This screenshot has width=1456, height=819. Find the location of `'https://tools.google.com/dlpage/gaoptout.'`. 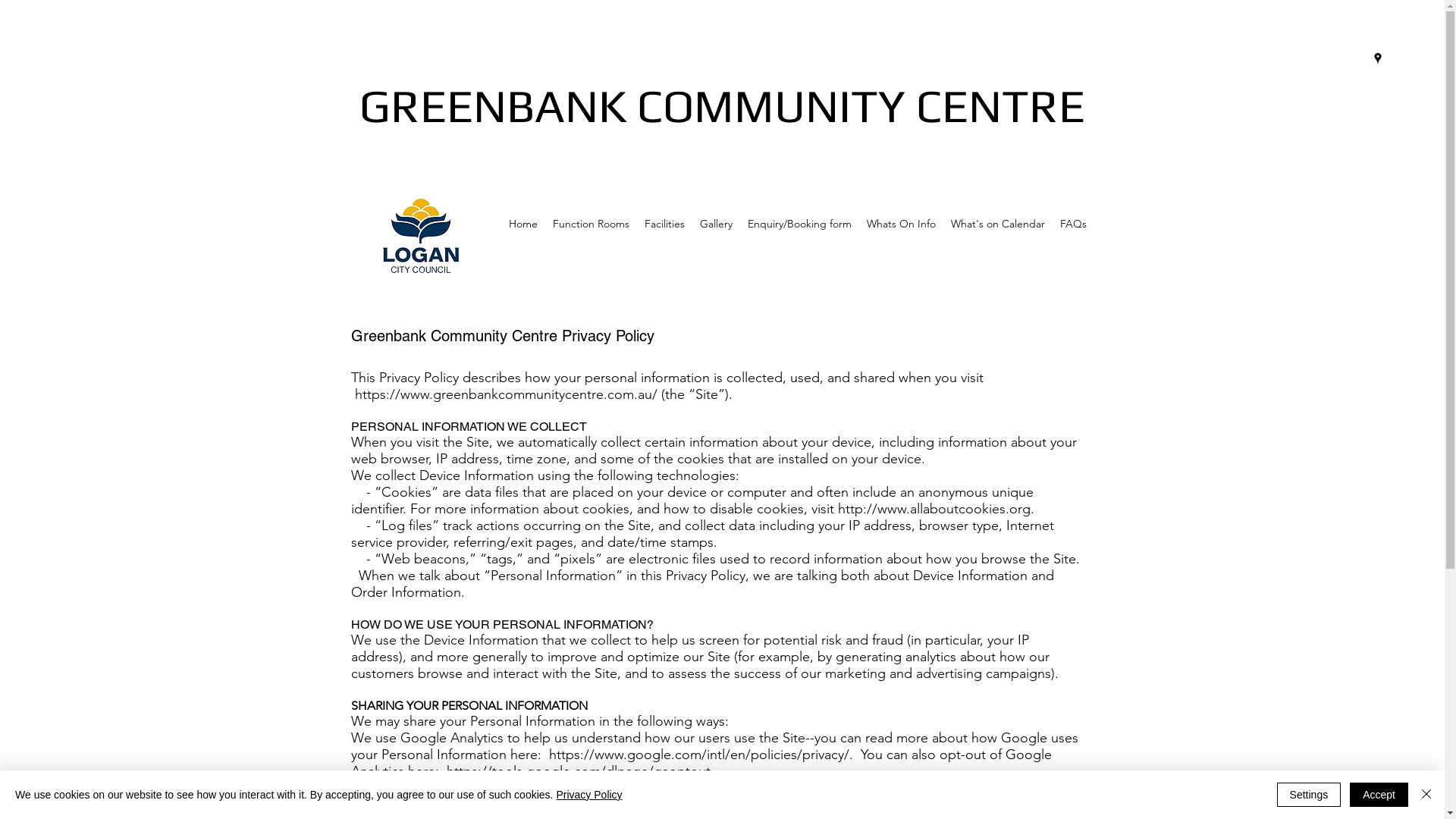

'https://tools.google.com/dlpage/gaoptout.' is located at coordinates (445, 771).